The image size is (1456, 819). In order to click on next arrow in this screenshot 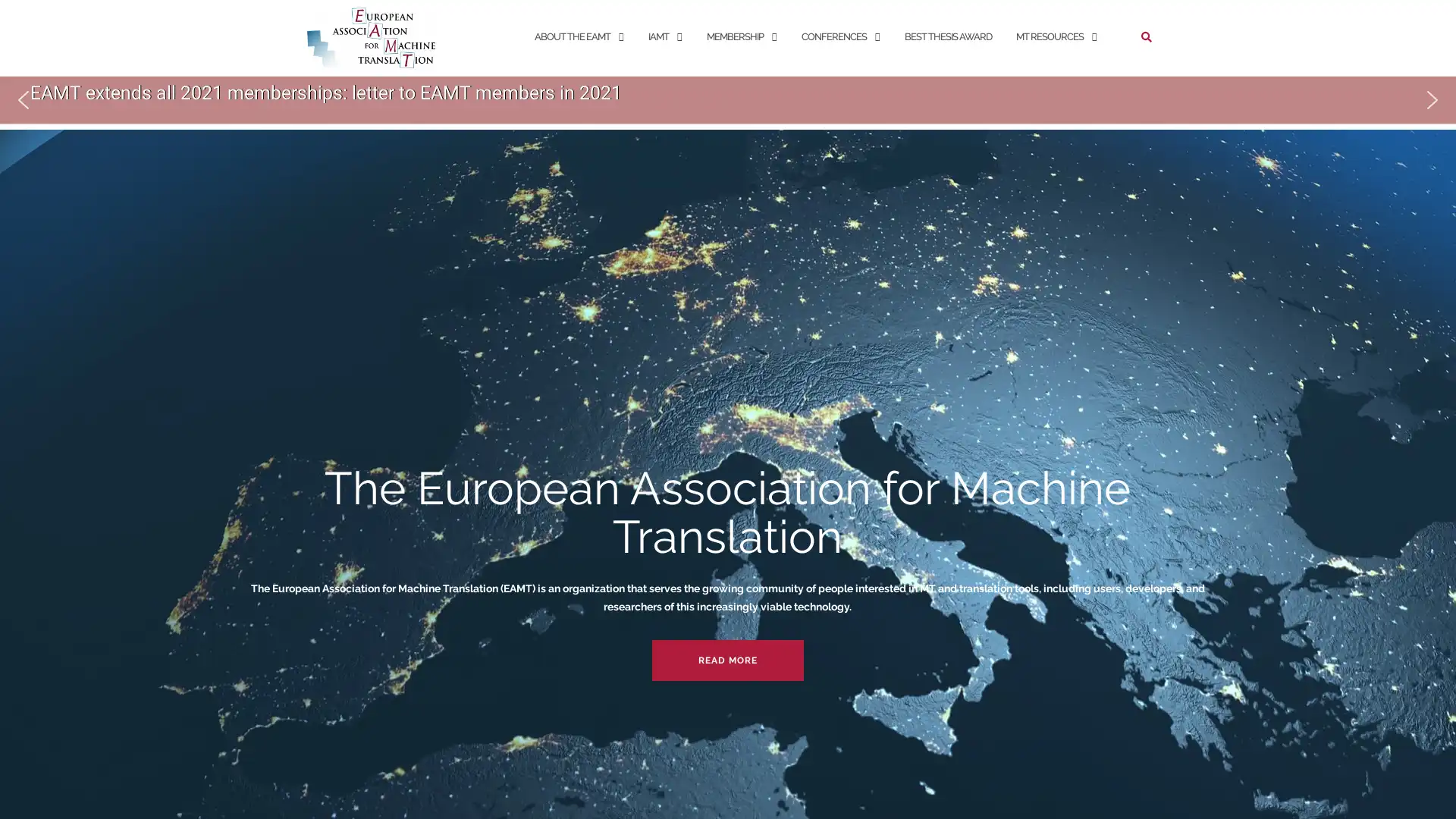, I will do `click(1432, 99)`.